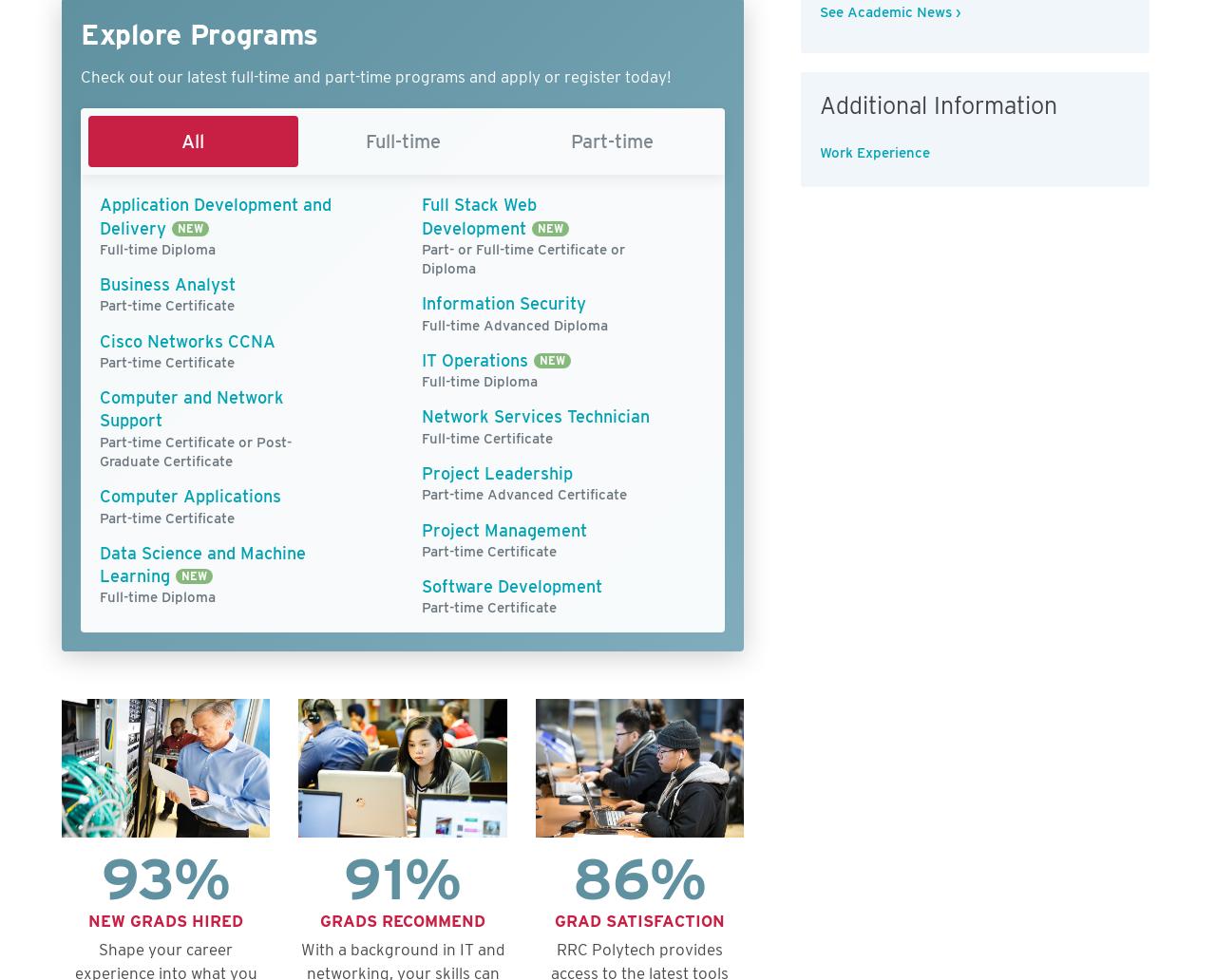 This screenshot has width=1216, height=980. I want to click on 'Business Analyst', so click(167, 284).